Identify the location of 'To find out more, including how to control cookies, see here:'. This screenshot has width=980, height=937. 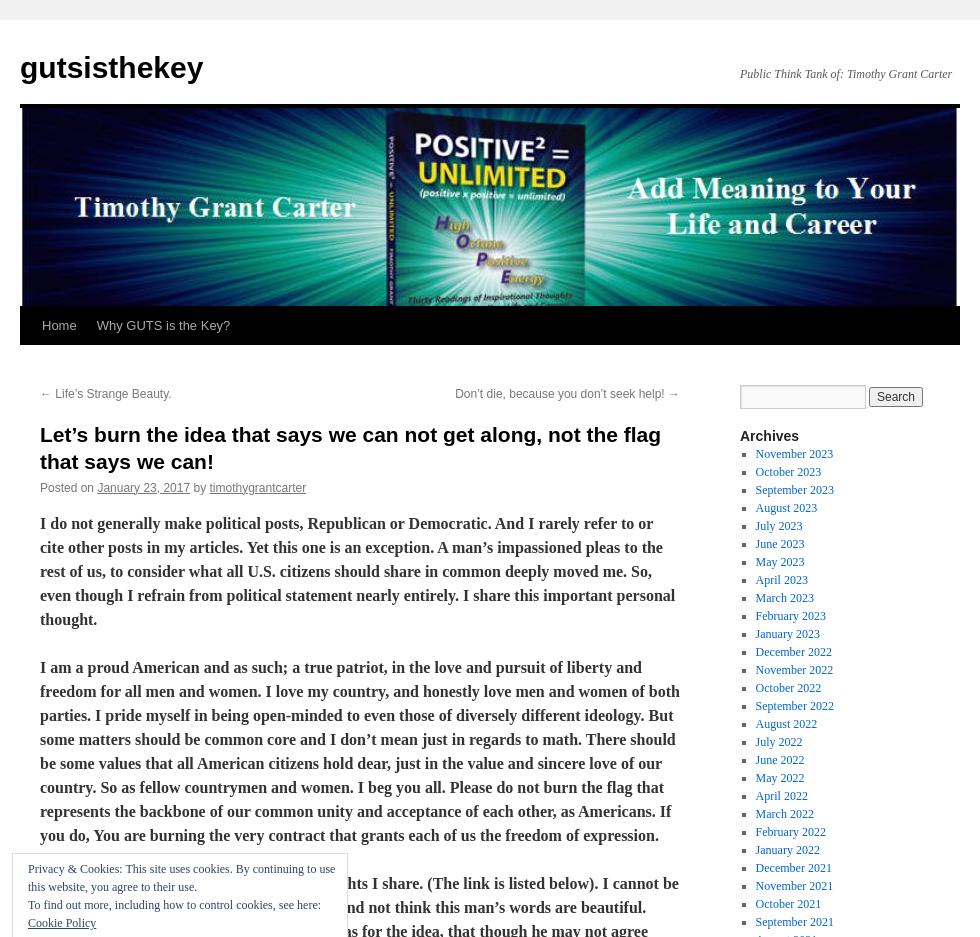
(174, 904).